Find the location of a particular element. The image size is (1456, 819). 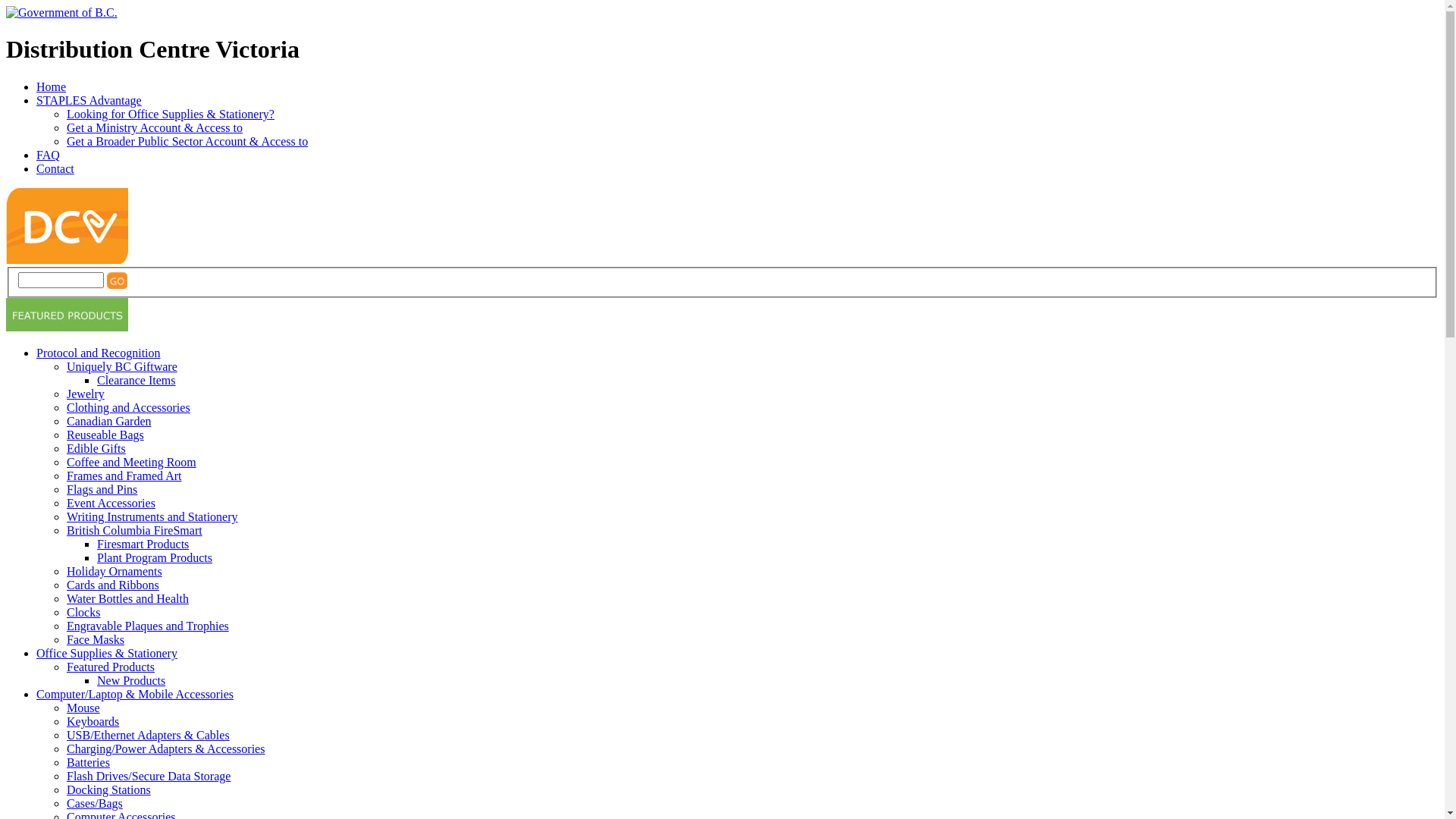

'Engravable Plaques and Trophies' is located at coordinates (148, 626).